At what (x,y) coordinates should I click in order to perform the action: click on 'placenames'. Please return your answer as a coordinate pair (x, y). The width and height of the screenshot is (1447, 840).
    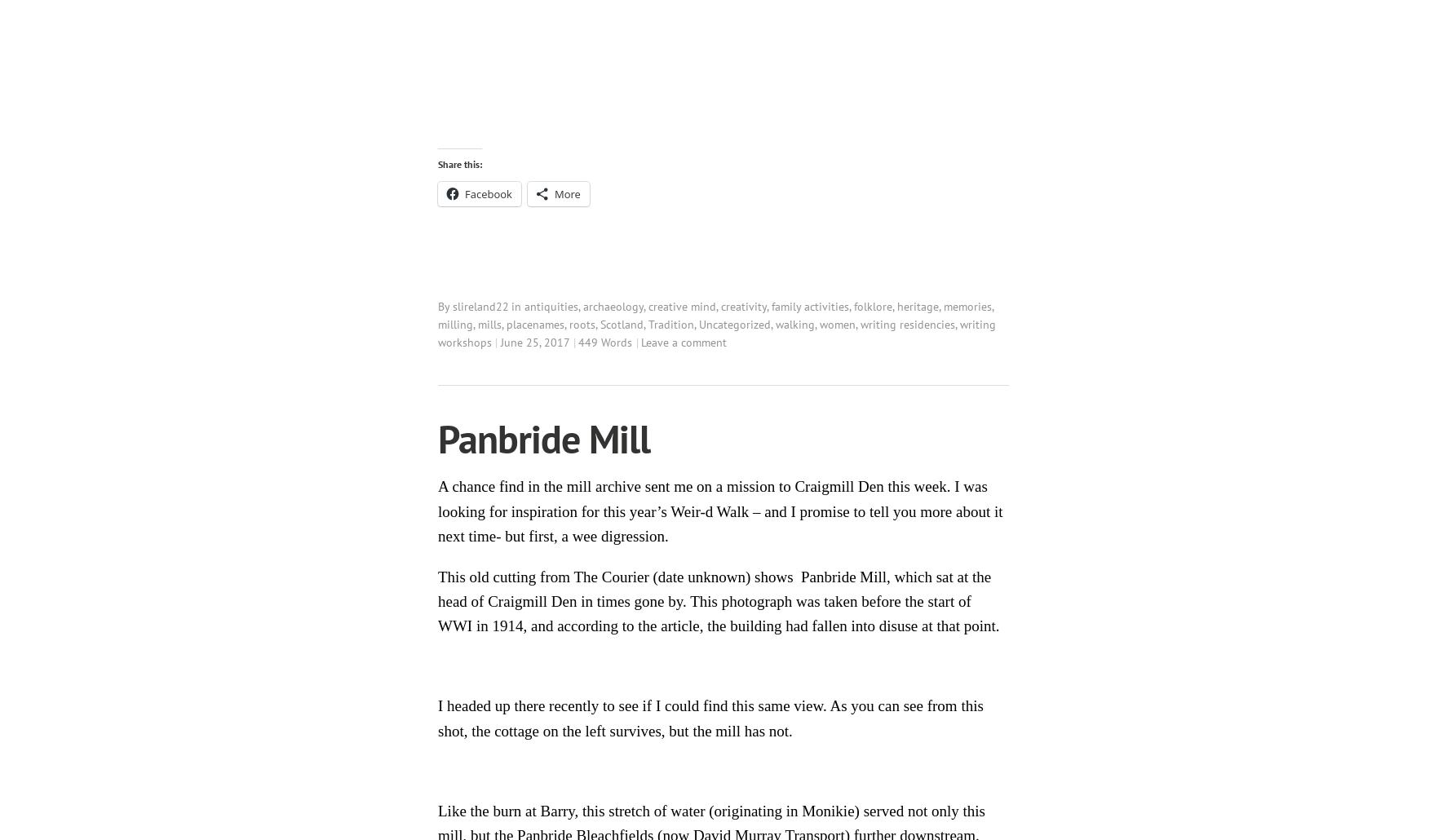
    Looking at the image, I should click on (535, 324).